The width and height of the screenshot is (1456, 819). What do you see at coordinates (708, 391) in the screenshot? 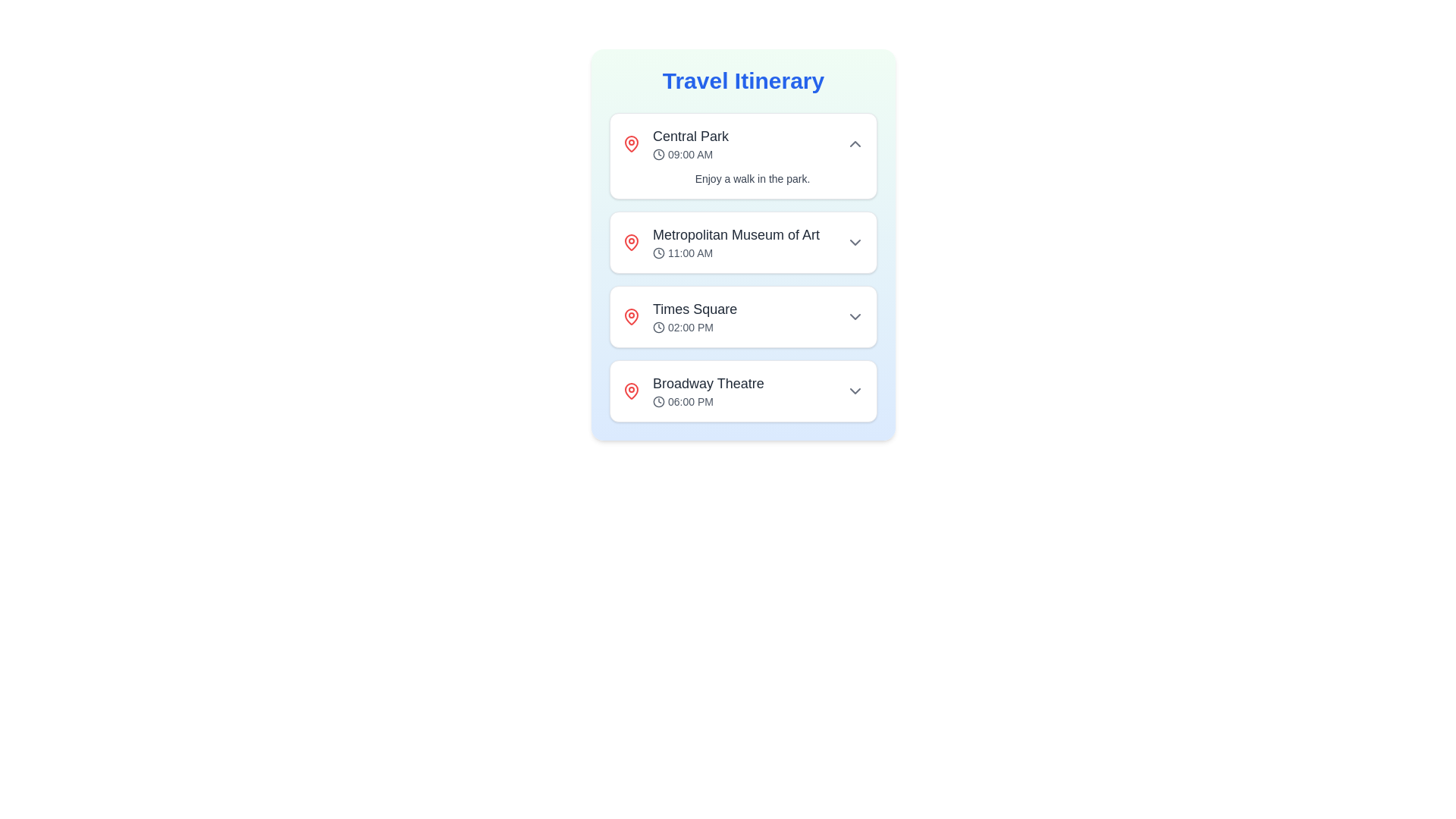
I see `the text block displaying information about the 'Broadway Theatre' event, which is the fourth list item in the 'Travel Itinerary' panel` at bounding box center [708, 391].